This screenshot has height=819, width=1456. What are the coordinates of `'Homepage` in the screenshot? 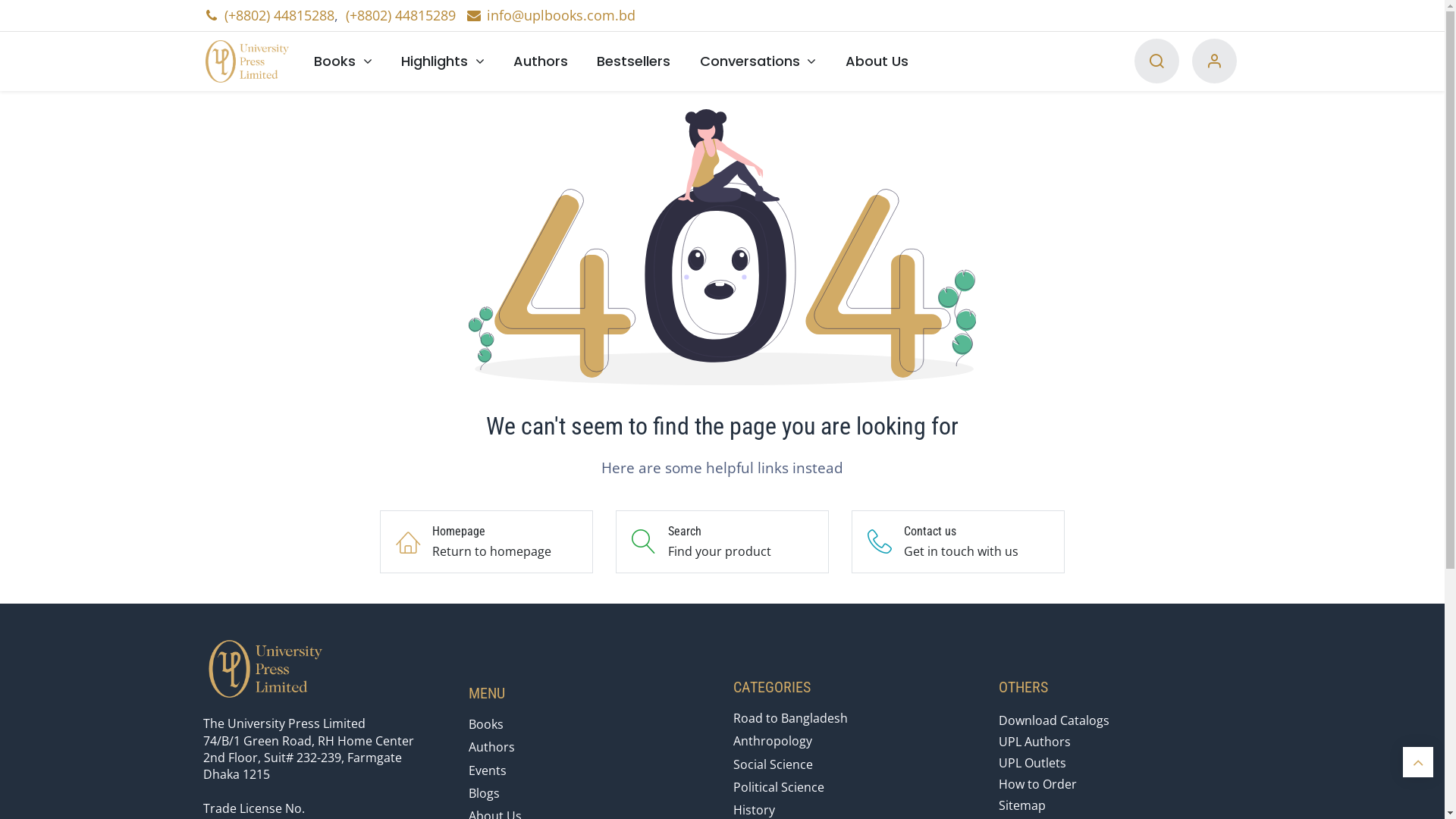 It's located at (486, 541).